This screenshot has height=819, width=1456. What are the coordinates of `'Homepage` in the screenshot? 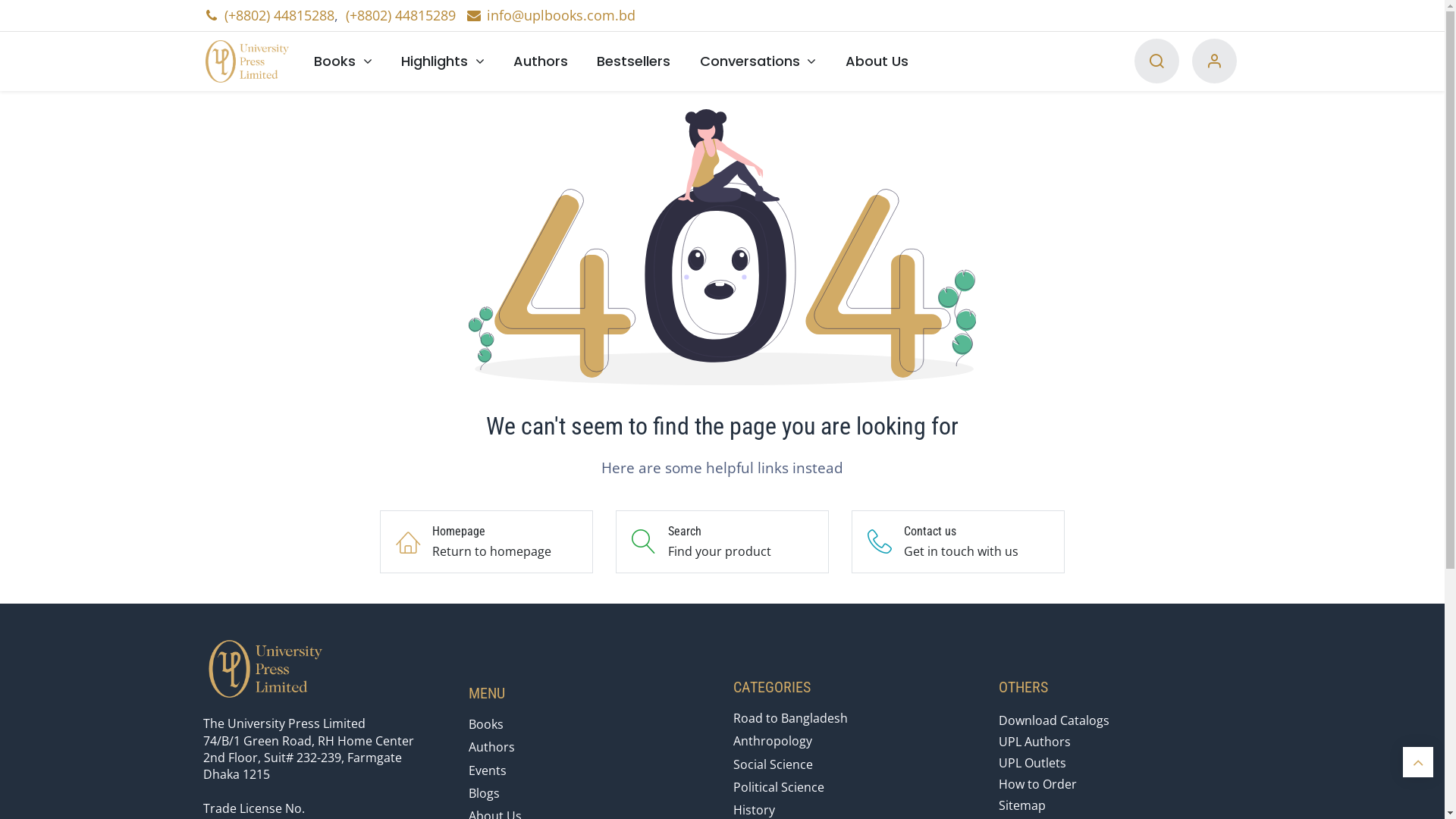 It's located at (486, 541).